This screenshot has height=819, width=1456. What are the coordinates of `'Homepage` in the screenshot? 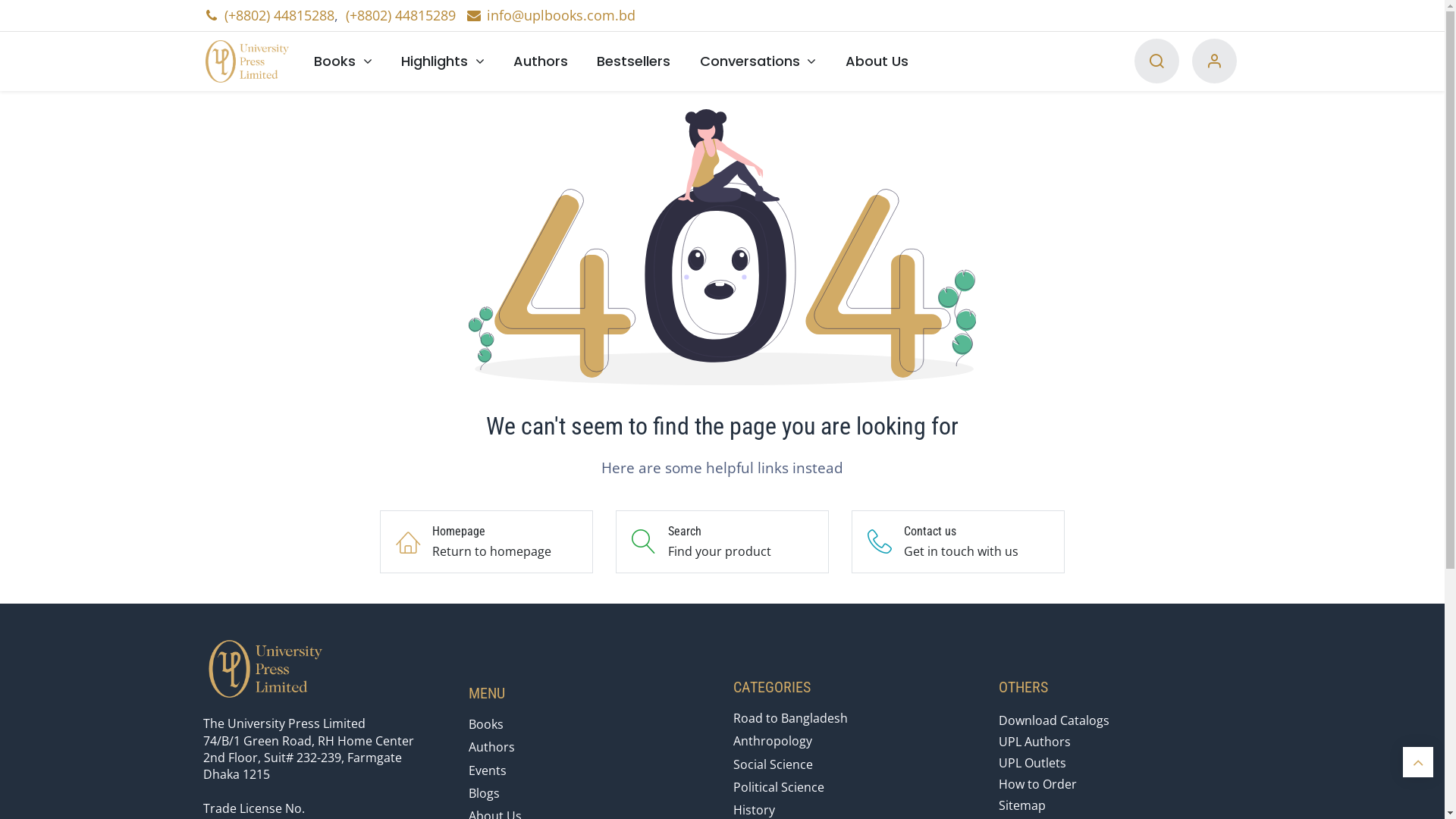 It's located at (486, 541).